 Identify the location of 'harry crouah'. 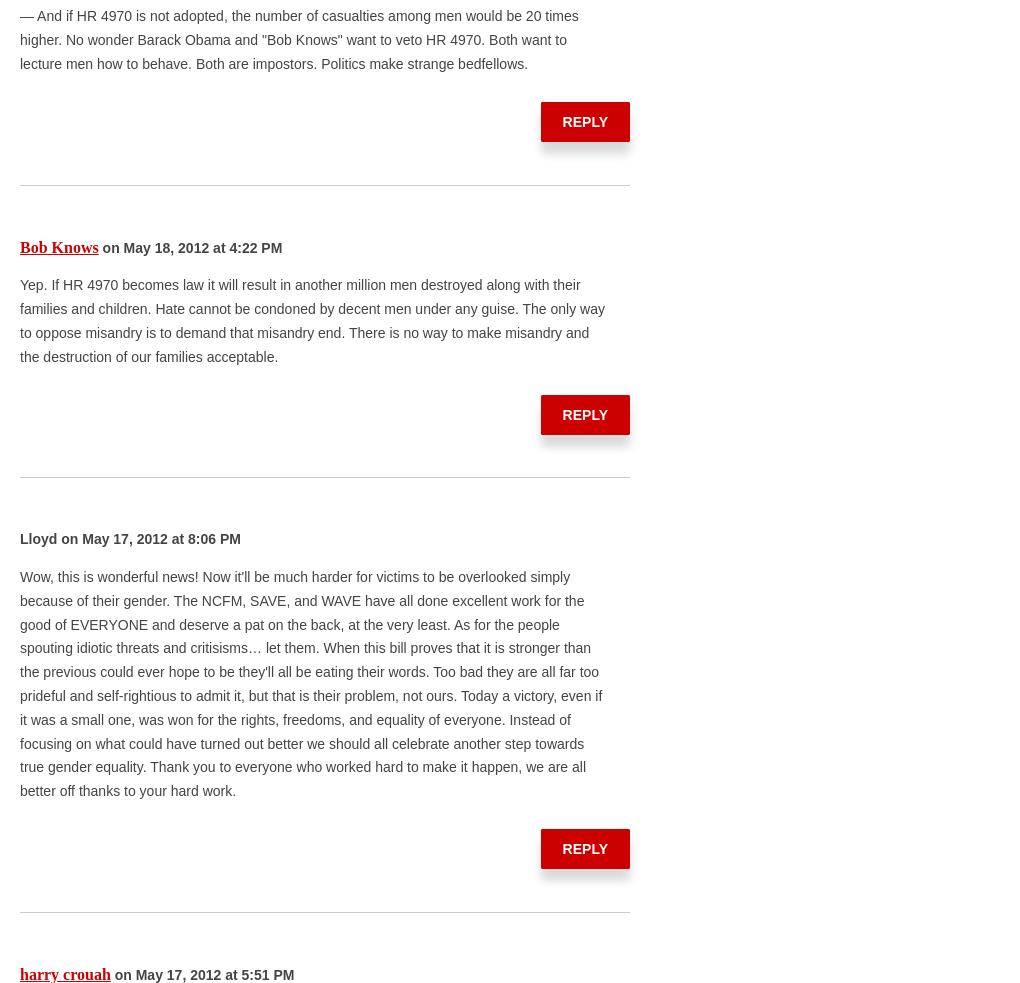
(64, 973).